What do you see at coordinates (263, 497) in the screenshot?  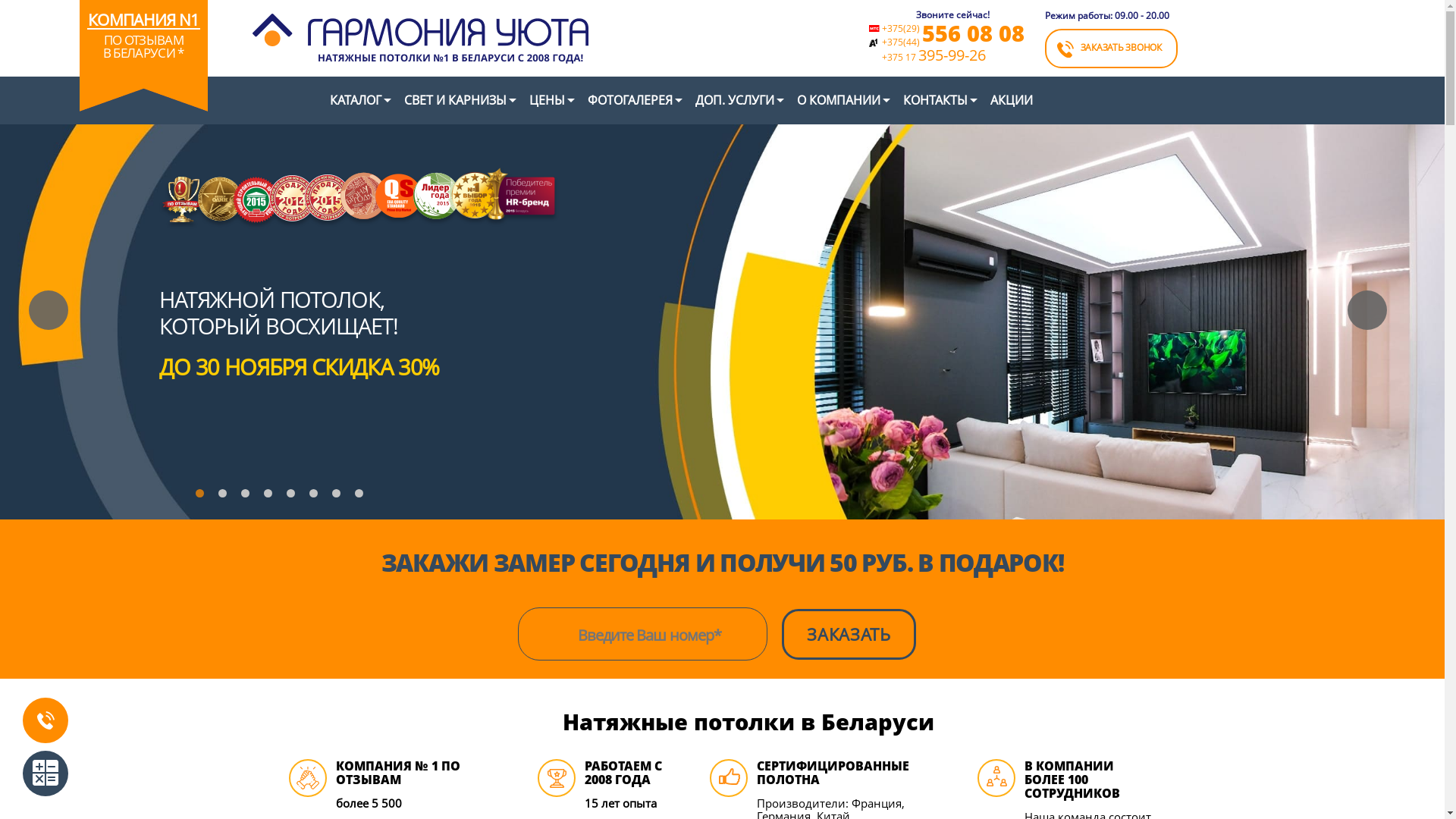 I see `'4'` at bounding box center [263, 497].